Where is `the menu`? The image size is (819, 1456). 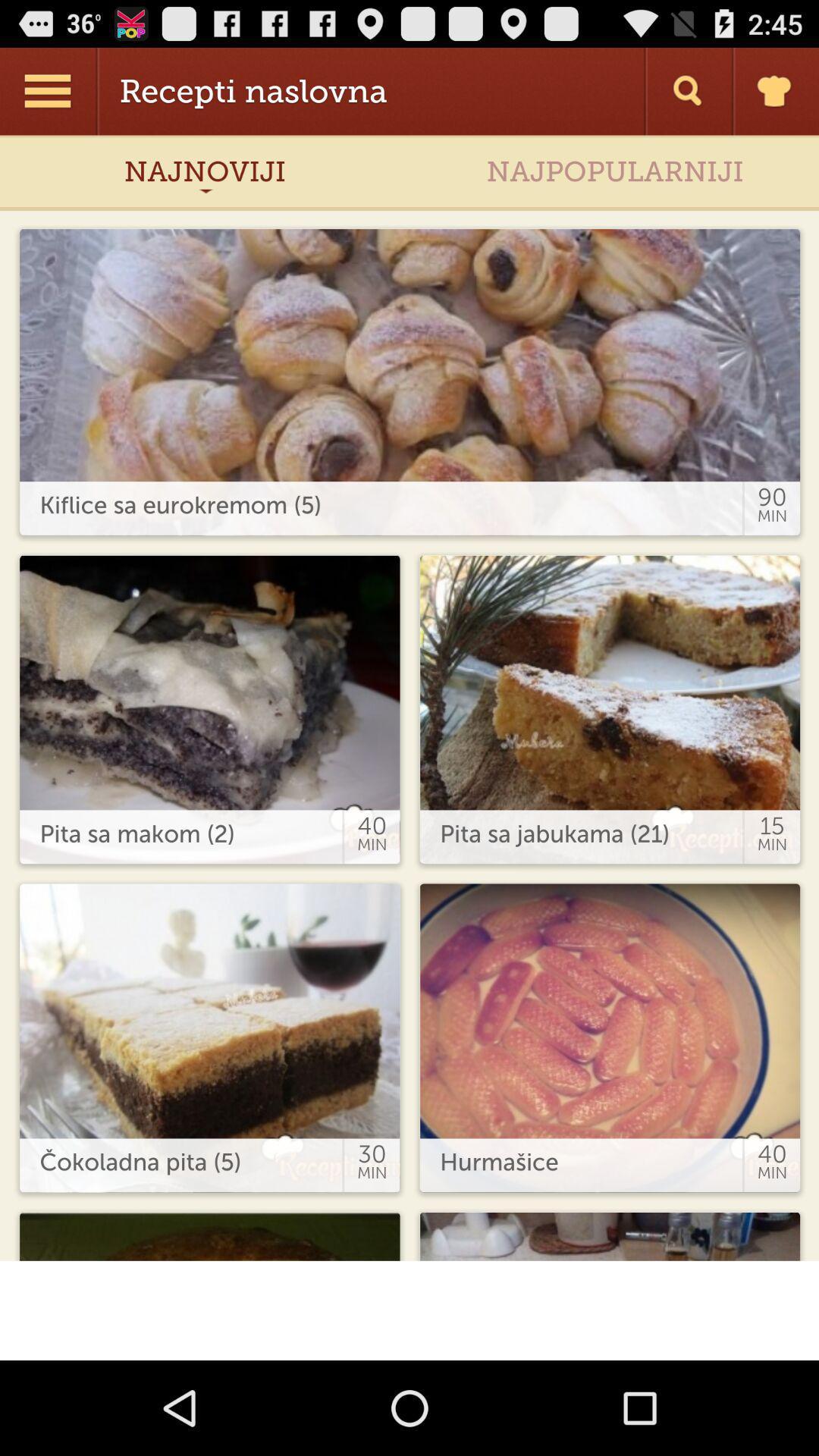
the menu is located at coordinates (49, 90).